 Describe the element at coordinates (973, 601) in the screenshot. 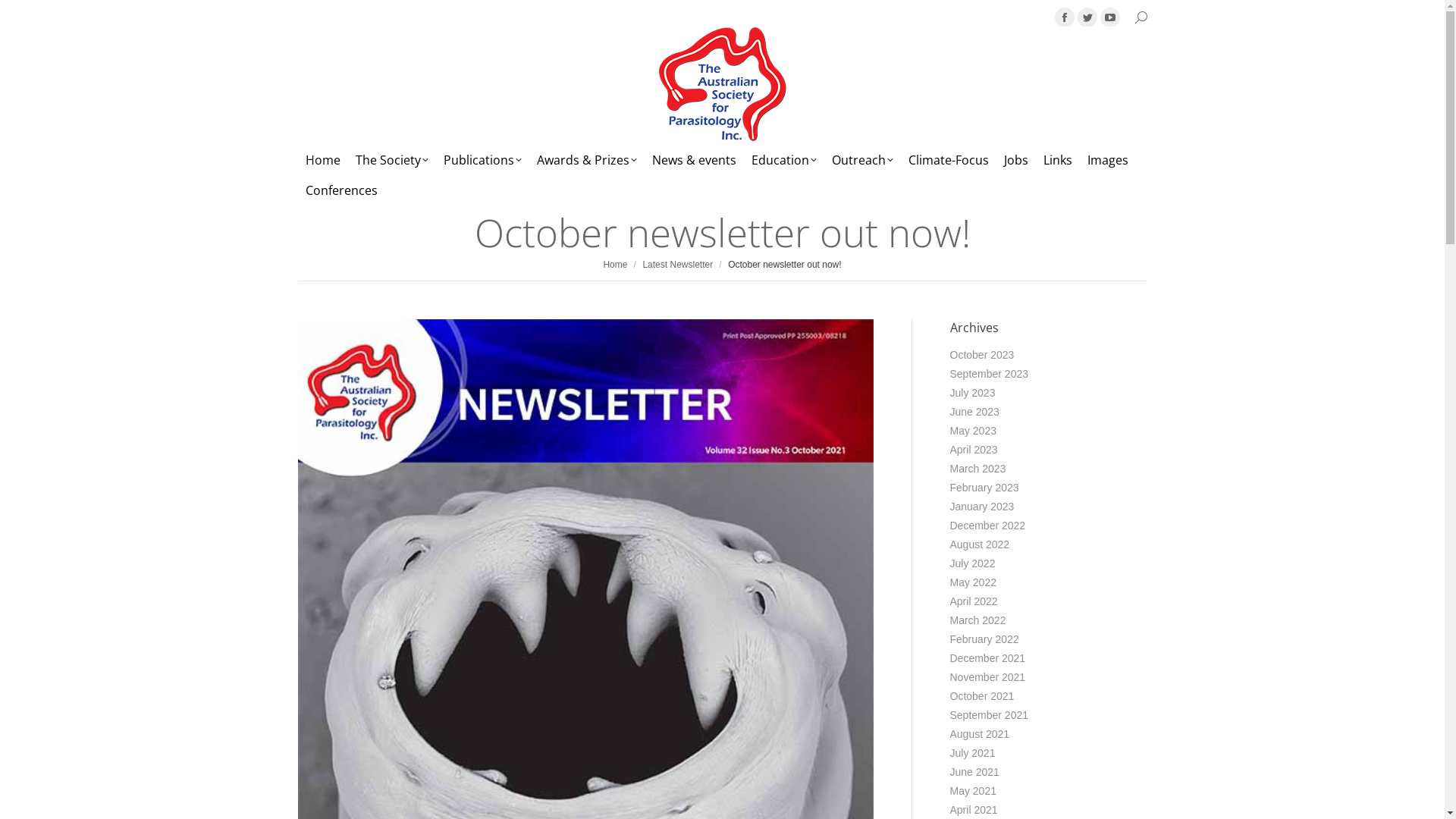

I see `'April 2022'` at that location.